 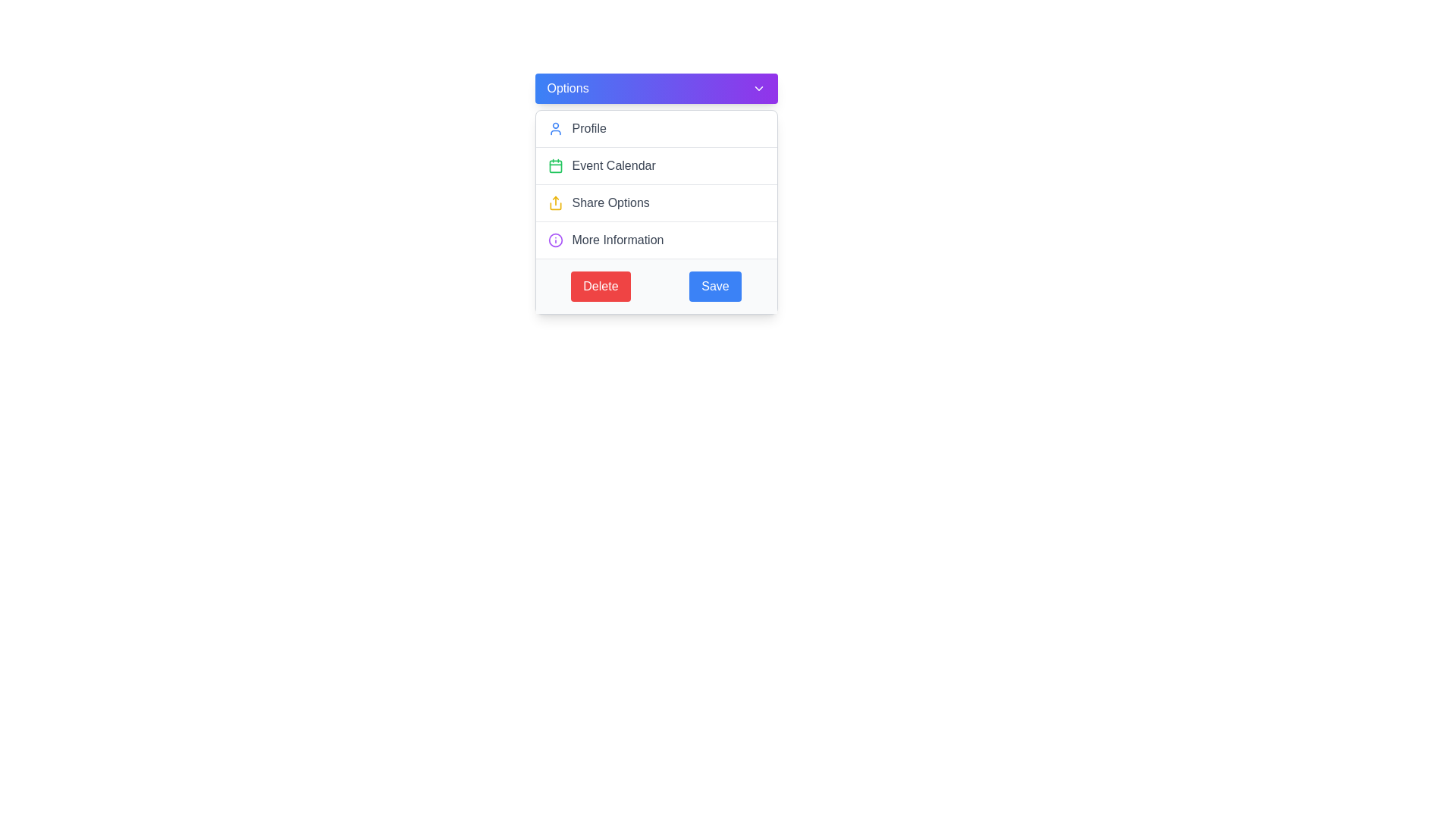 What do you see at coordinates (588, 127) in the screenshot?
I see `the 'Profile' text label, which is the top option in the dropdown menu labeled 'Options', positioned to the right of a blue user icon` at bounding box center [588, 127].